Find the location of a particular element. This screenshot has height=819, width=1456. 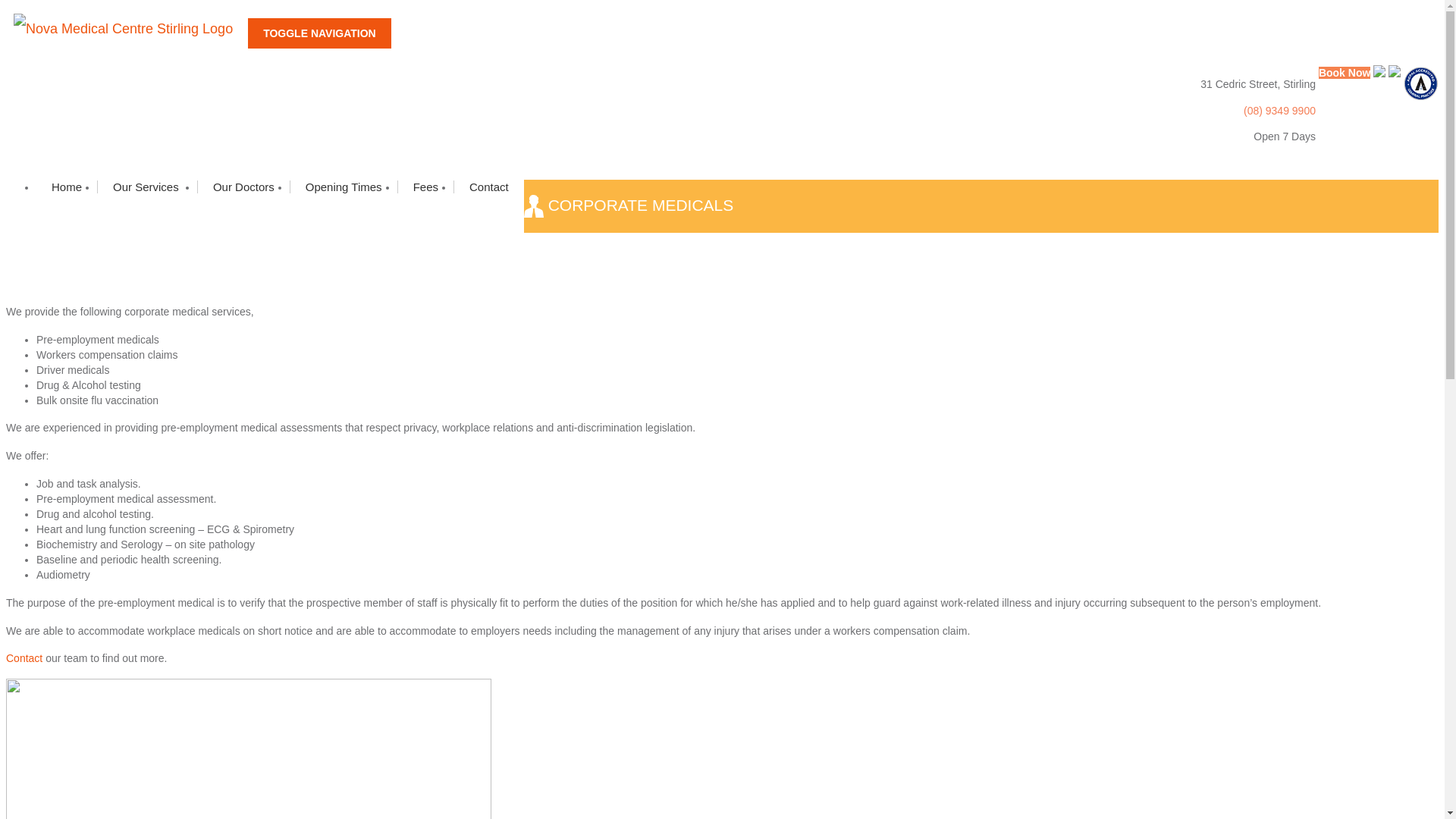

'Home' is located at coordinates (65, 186).